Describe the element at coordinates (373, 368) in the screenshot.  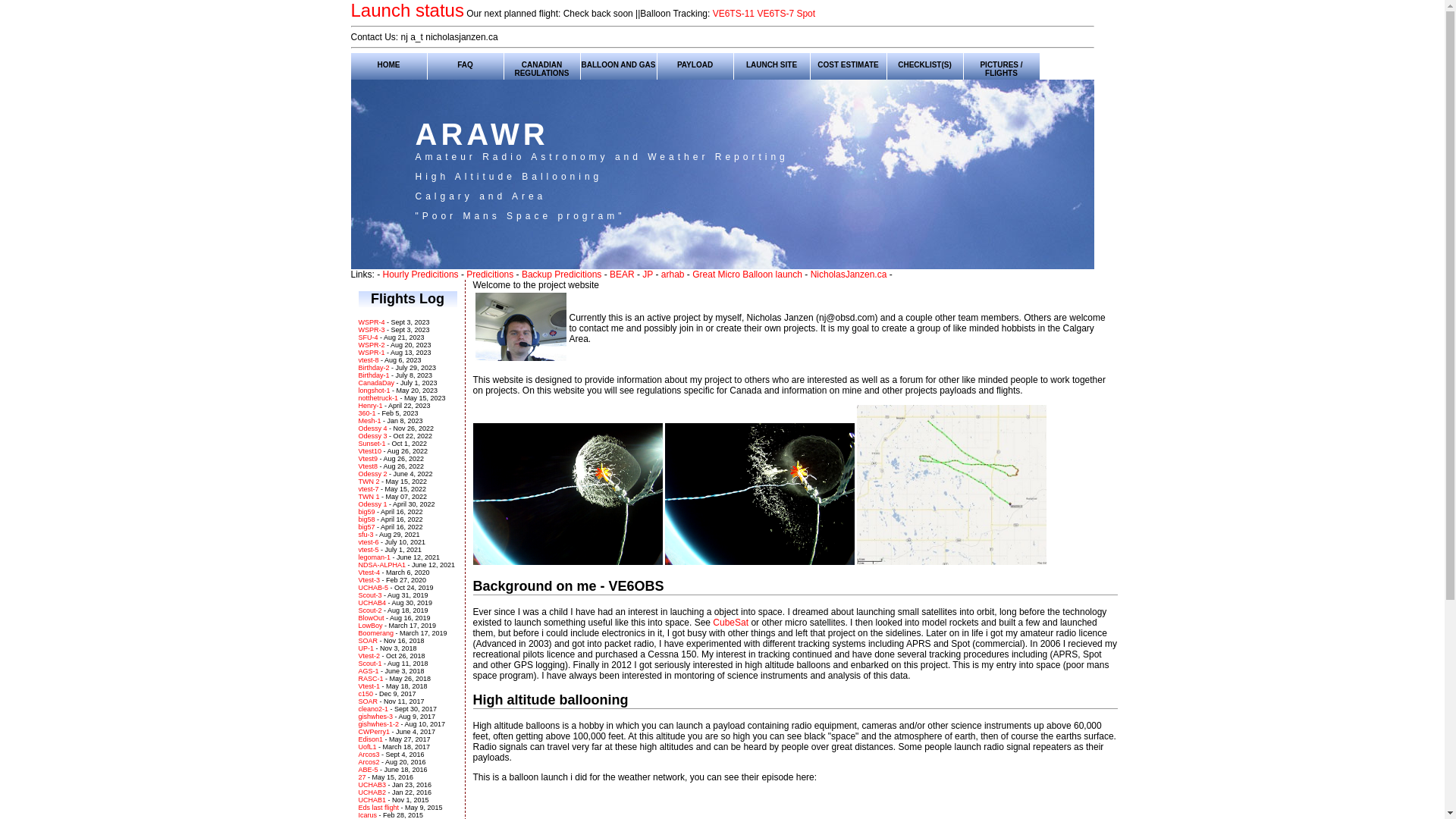
I see `'Birthday-2'` at that location.